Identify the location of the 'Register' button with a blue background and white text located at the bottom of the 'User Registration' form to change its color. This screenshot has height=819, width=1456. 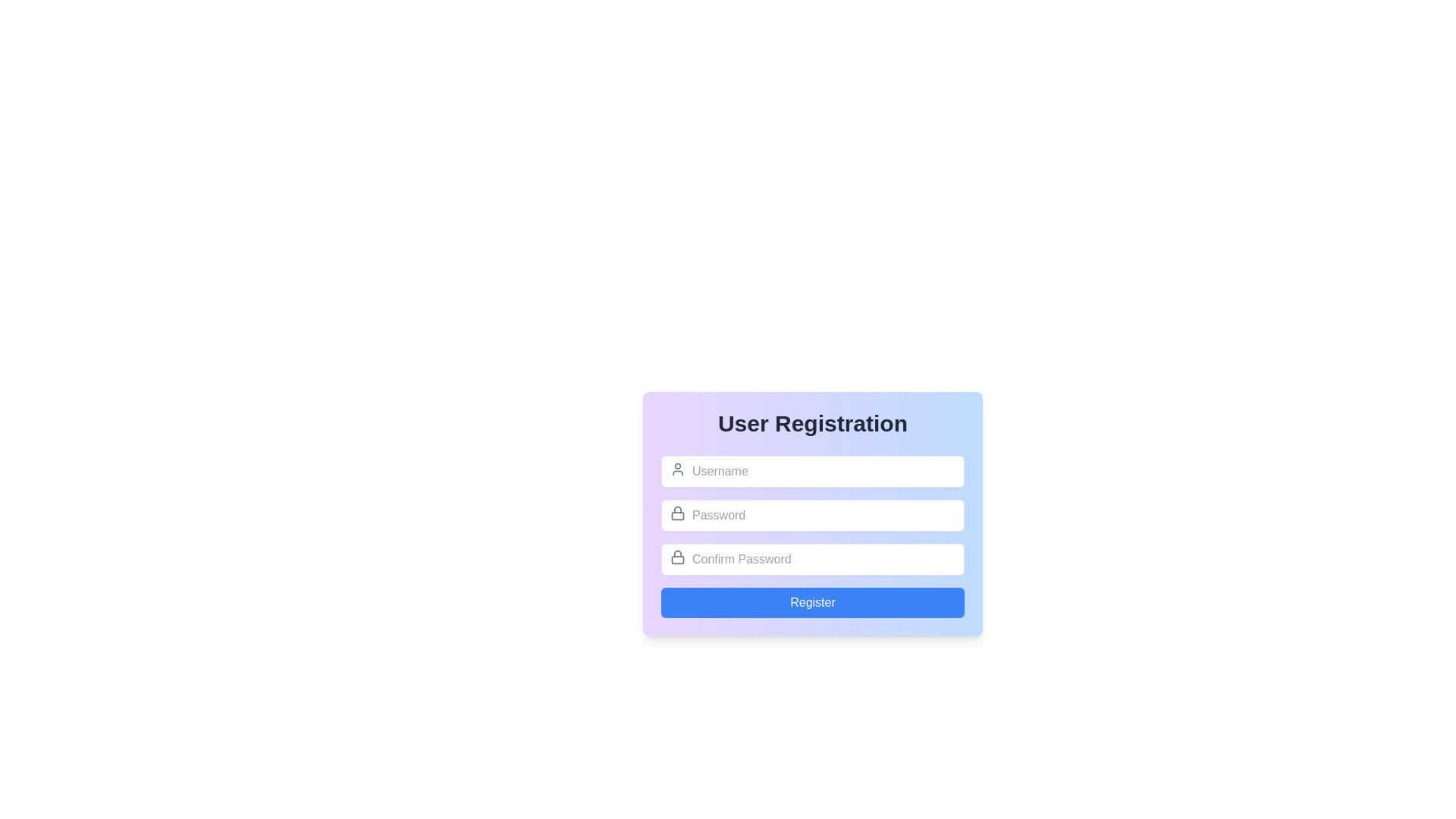
(811, 601).